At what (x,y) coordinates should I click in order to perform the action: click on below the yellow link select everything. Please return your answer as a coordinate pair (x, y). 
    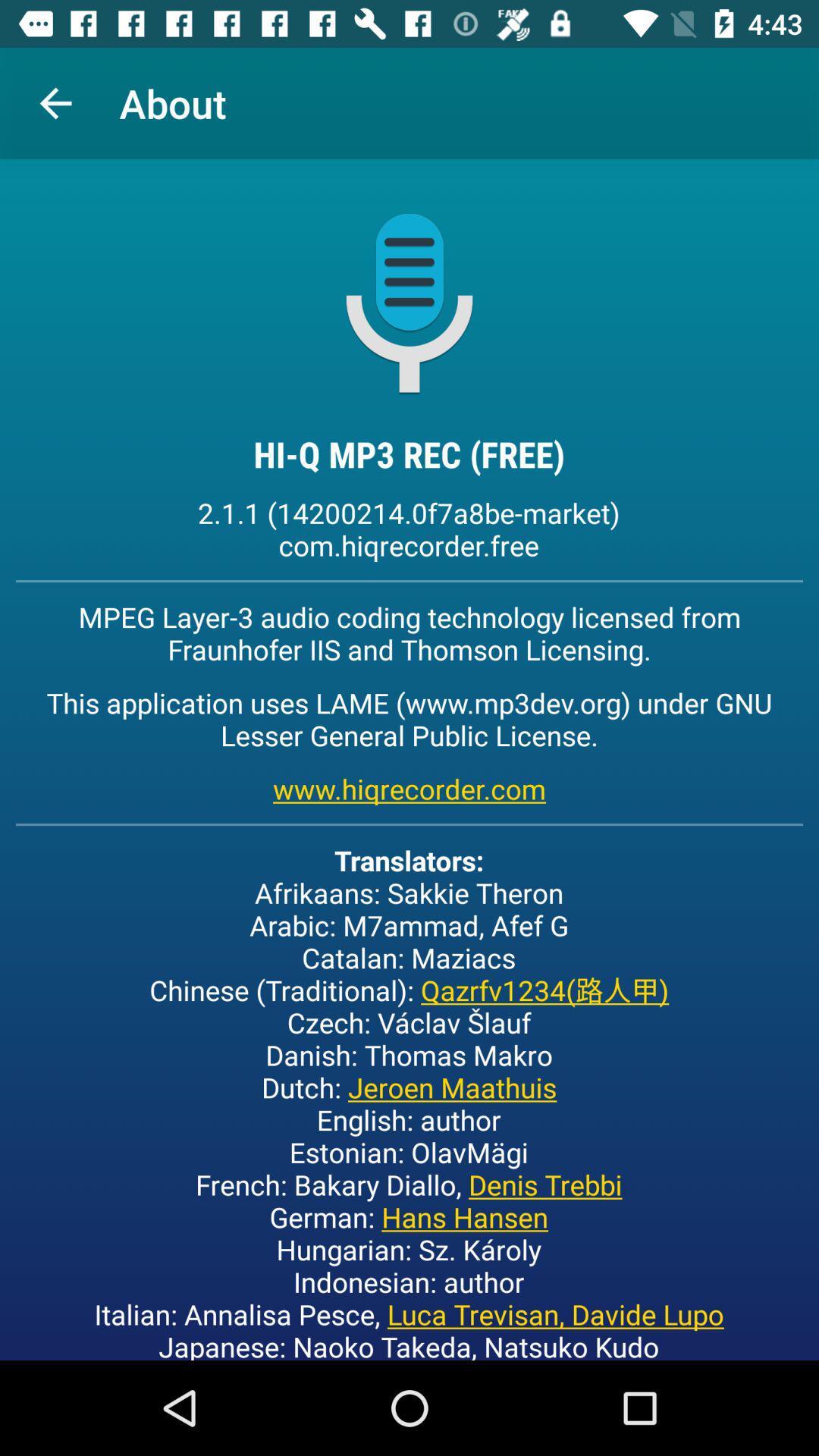
    Looking at the image, I should click on (408, 1100).